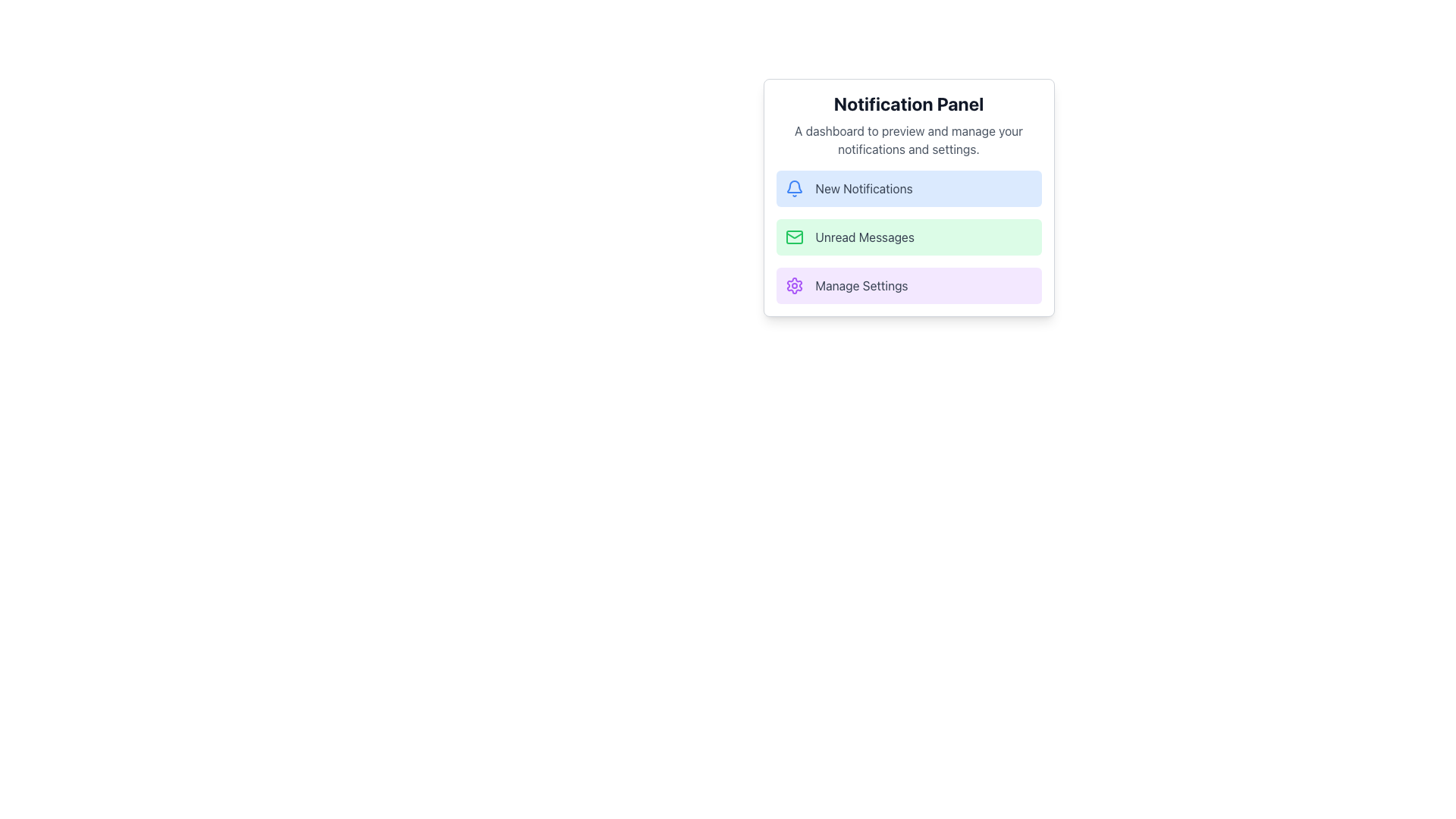 The height and width of the screenshot is (819, 1456). I want to click on the notification button at the top of the notification panel, so click(908, 188).